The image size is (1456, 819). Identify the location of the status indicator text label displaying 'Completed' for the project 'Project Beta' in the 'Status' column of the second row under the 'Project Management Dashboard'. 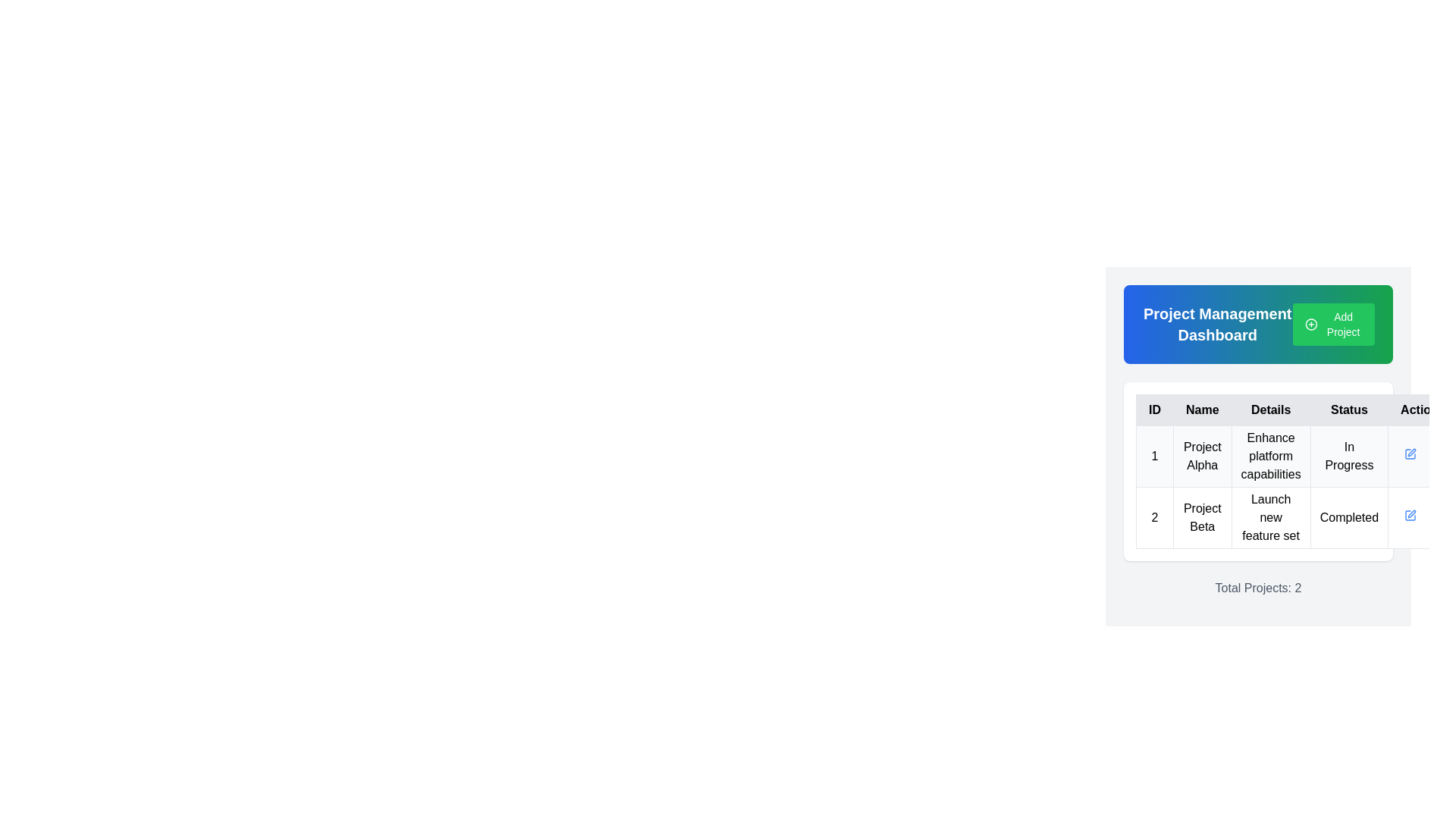
(1349, 516).